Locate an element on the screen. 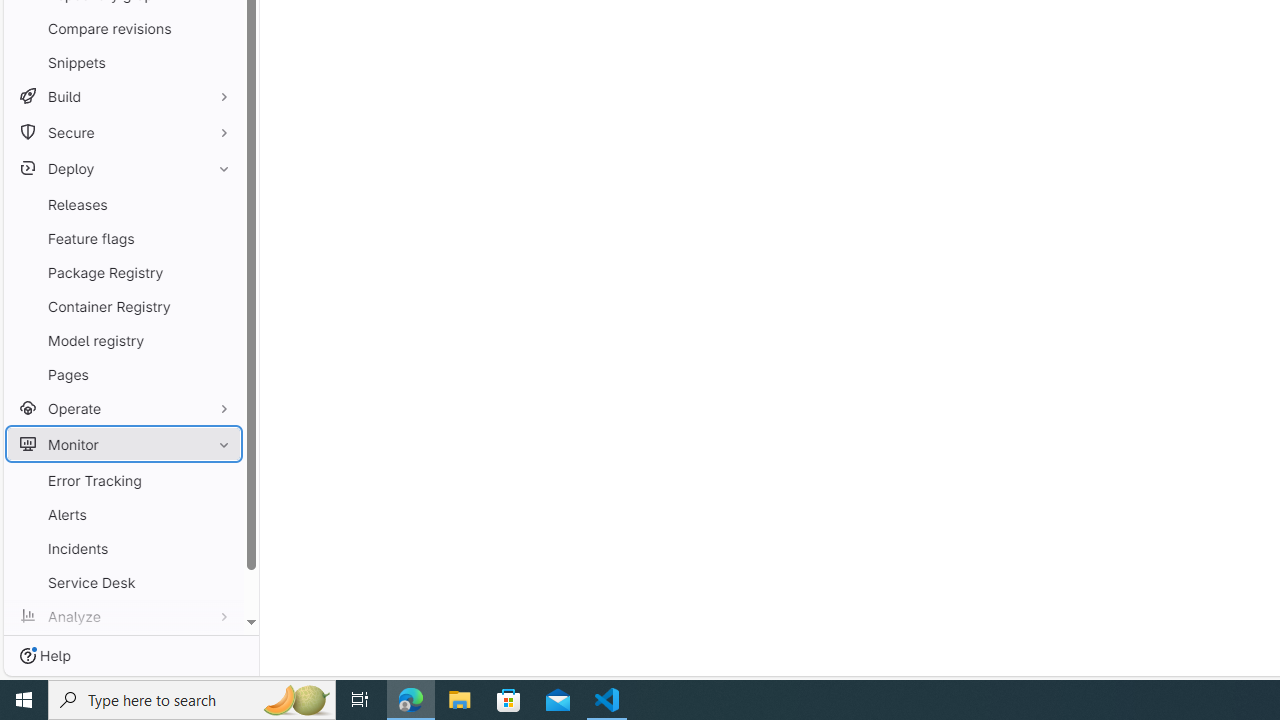 Image resolution: width=1280 pixels, height=720 pixels. 'Error Tracking' is located at coordinates (123, 480).